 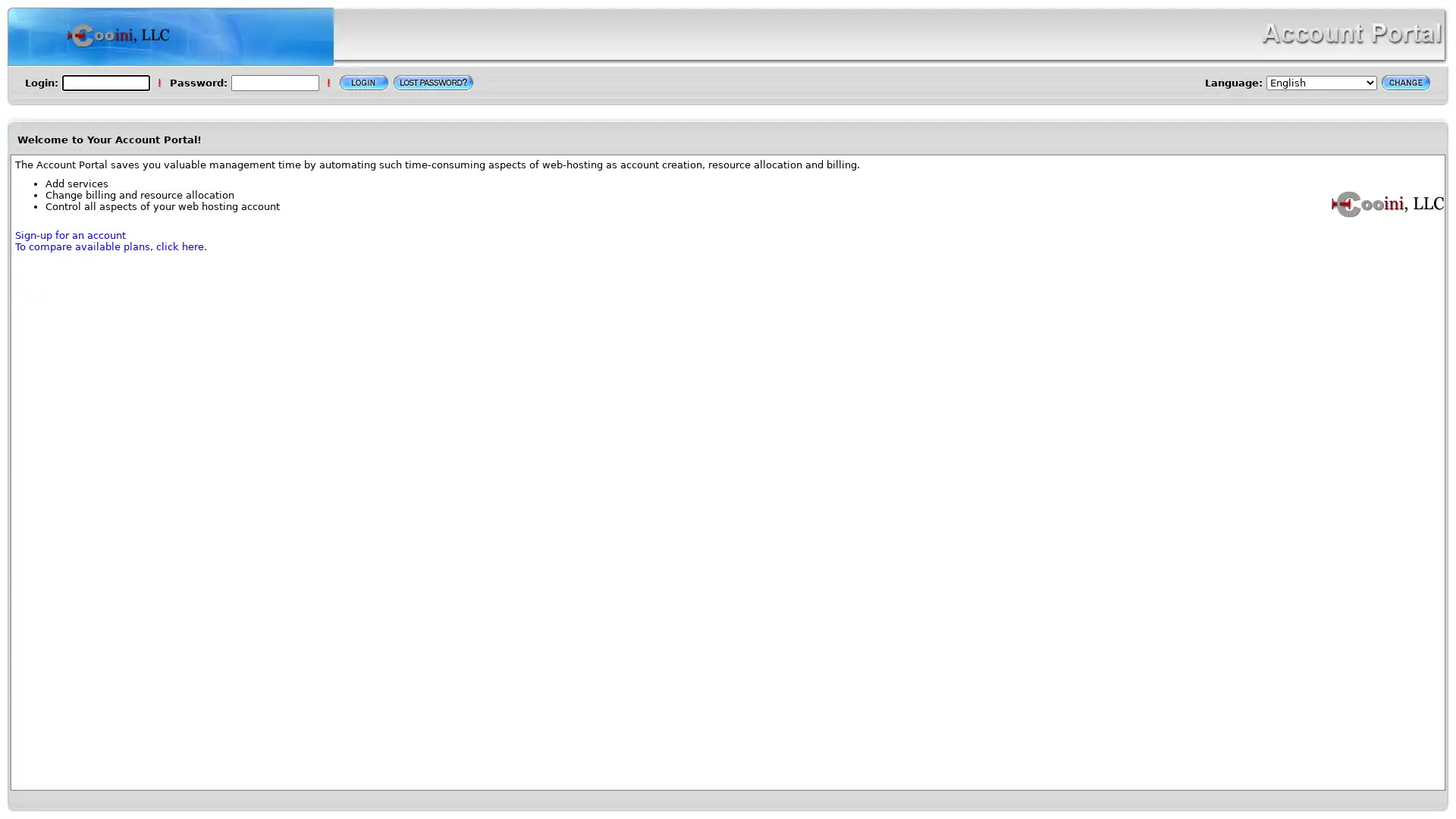 I want to click on Submit, so click(x=364, y=83).